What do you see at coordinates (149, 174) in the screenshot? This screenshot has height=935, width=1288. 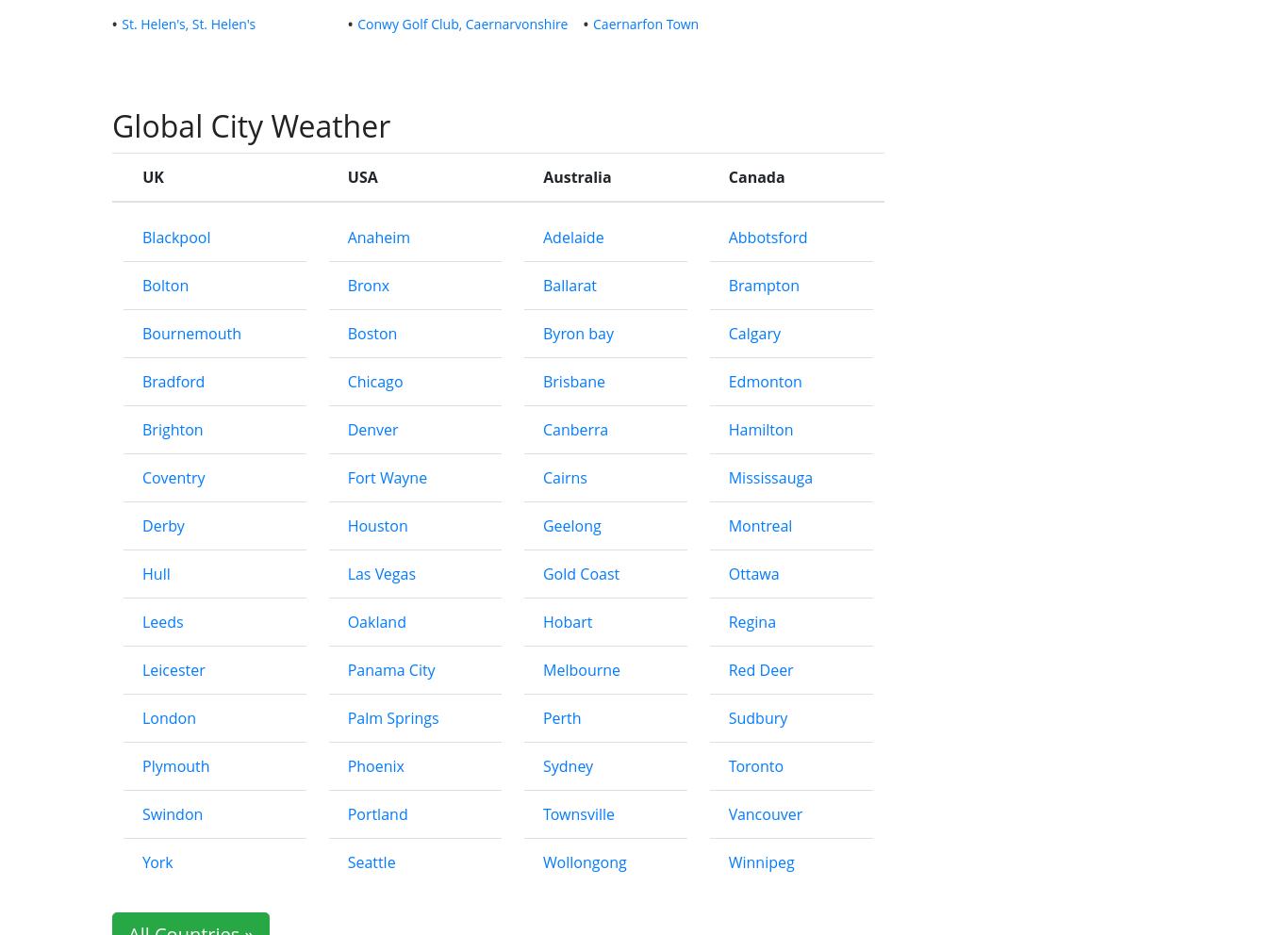 I see `'UK'` at bounding box center [149, 174].